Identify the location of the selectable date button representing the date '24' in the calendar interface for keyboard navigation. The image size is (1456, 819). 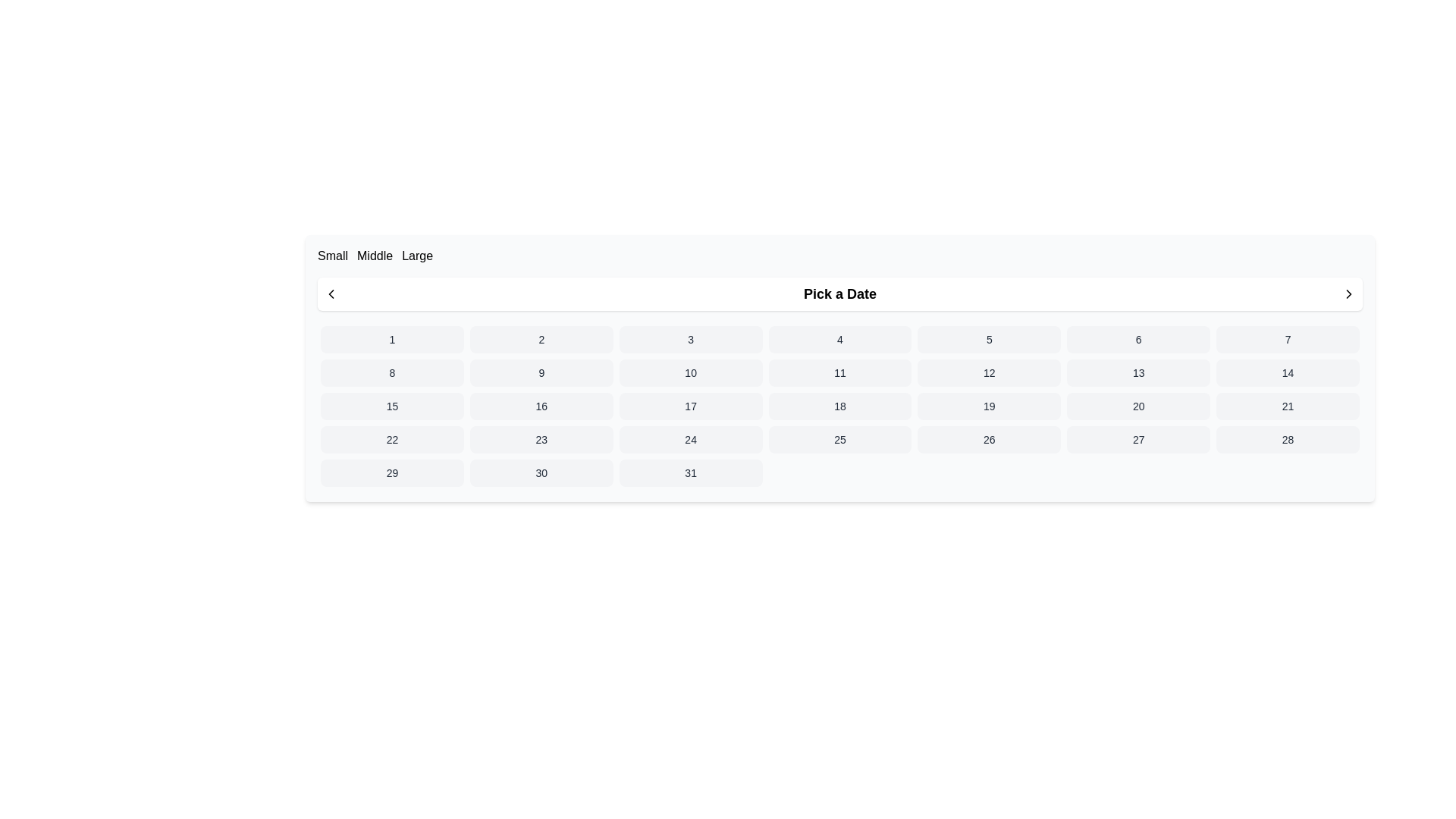
(690, 439).